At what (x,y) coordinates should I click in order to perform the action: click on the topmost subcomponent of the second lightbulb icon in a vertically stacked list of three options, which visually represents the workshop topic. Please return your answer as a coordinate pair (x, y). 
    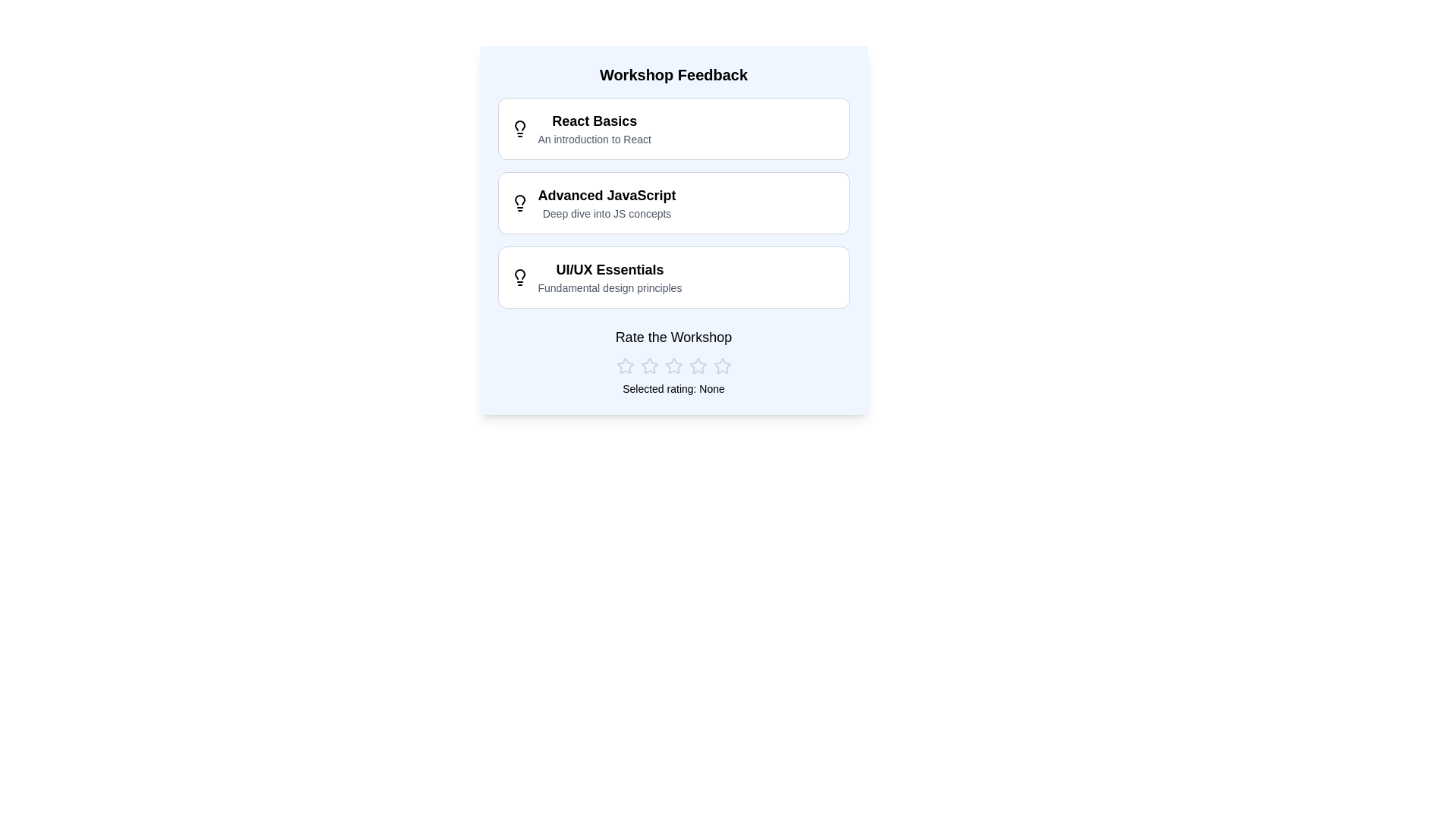
    Looking at the image, I should click on (519, 199).